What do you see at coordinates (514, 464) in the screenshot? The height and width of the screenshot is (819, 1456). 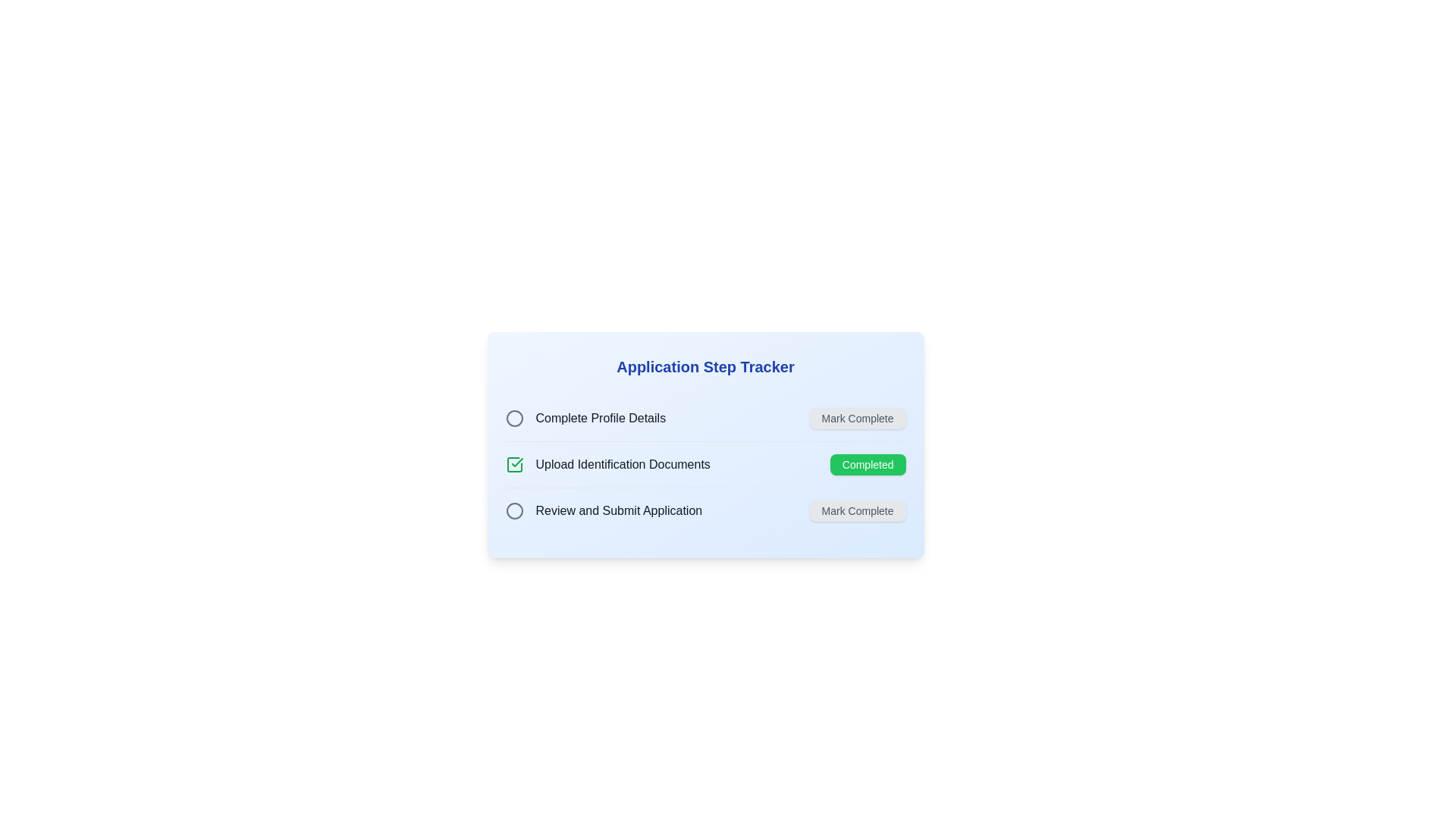 I see `the green-outlined square icon with a green check mark that is positioned to the left of the text 'Upload Identification Documents' in the application step tracker interface` at bounding box center [514, 464].